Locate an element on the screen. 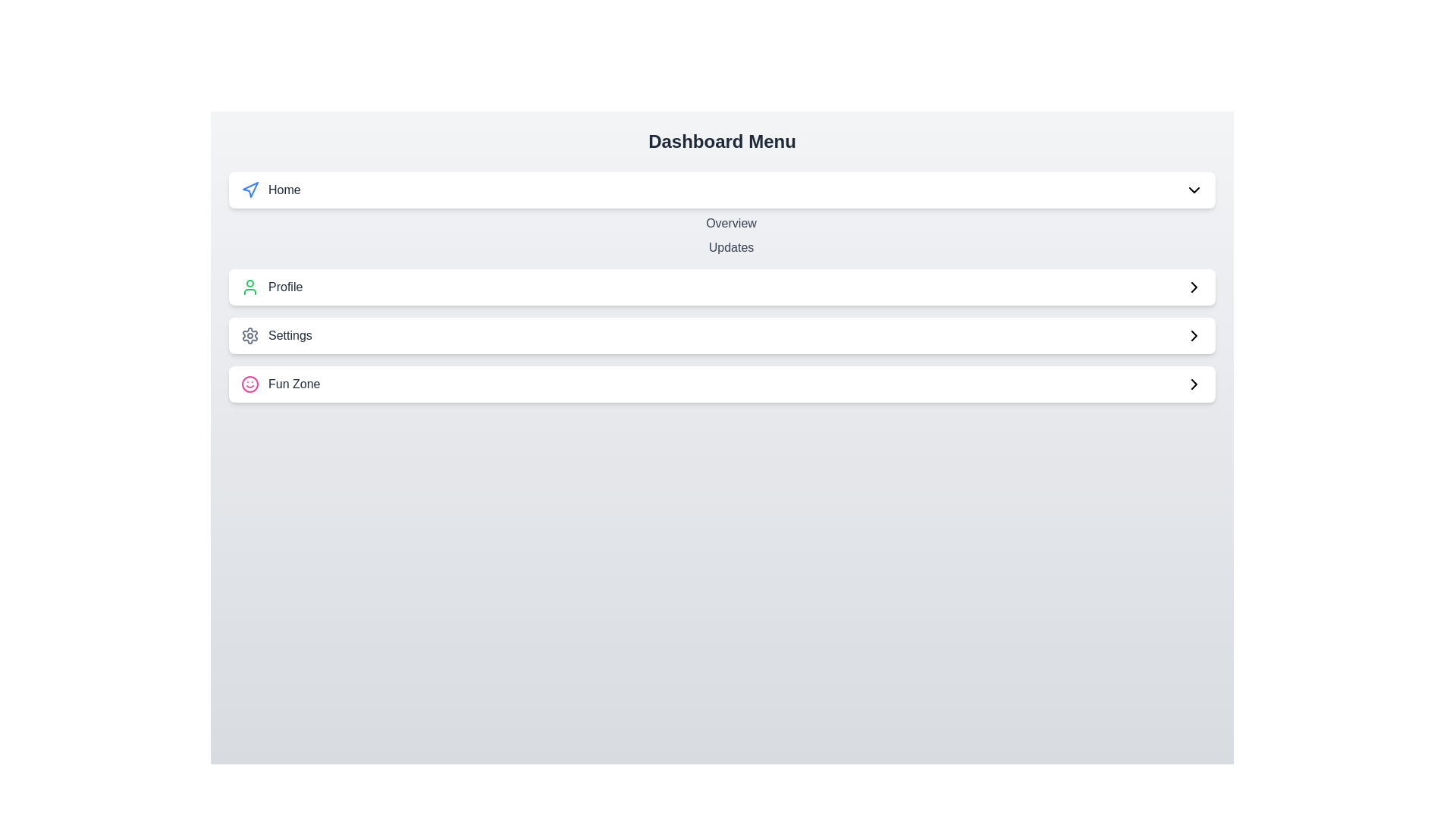  the 'Profile' text label that serves as a navigation element in the vertical navigation list, located to the right of the green user icon is located at coordinates (285, 287).